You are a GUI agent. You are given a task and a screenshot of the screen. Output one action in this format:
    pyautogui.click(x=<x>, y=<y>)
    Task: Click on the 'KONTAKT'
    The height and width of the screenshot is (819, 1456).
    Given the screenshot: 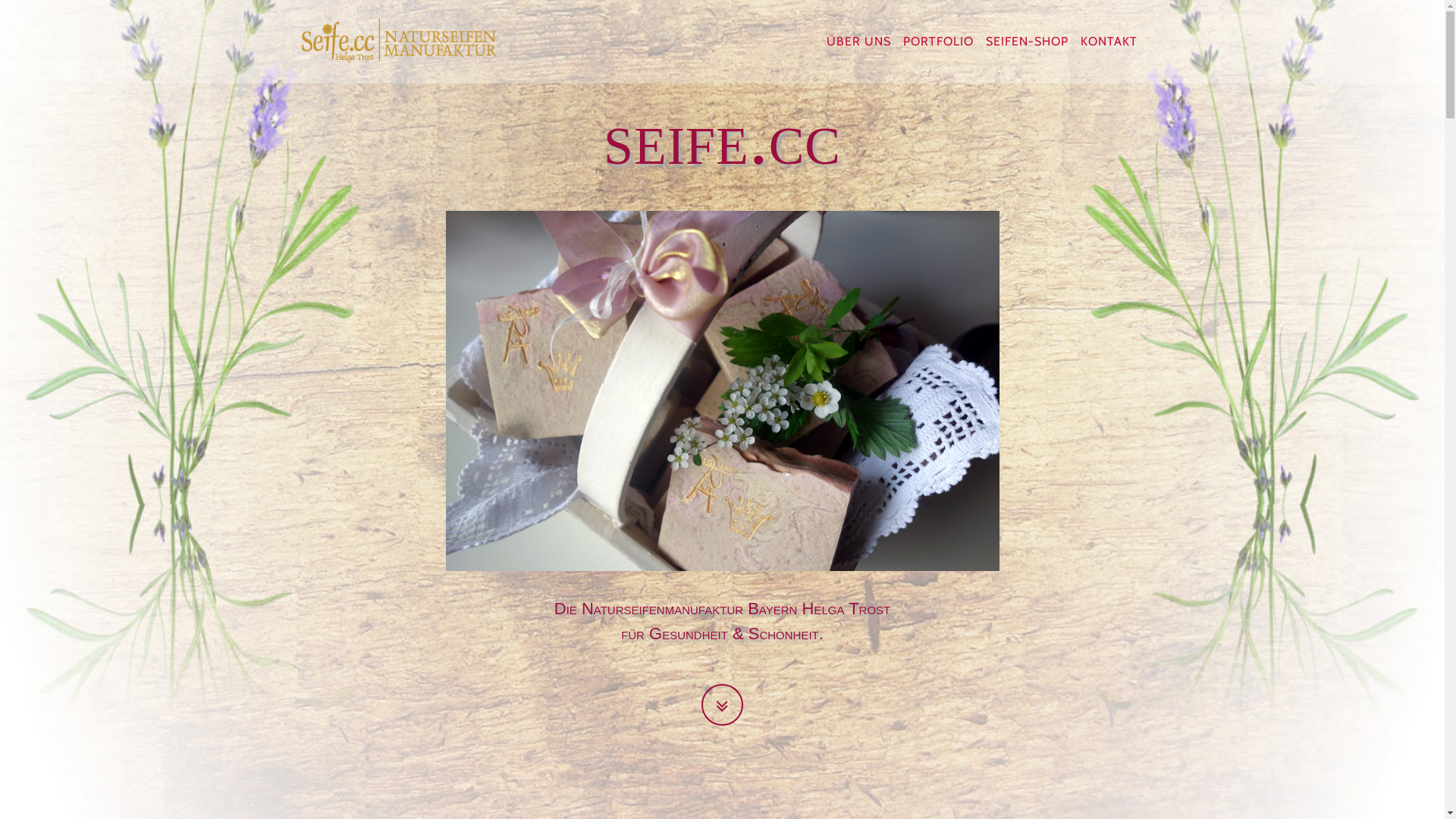 What is the action you would take?
    pyautogui.click(x=1073, y=40)
    